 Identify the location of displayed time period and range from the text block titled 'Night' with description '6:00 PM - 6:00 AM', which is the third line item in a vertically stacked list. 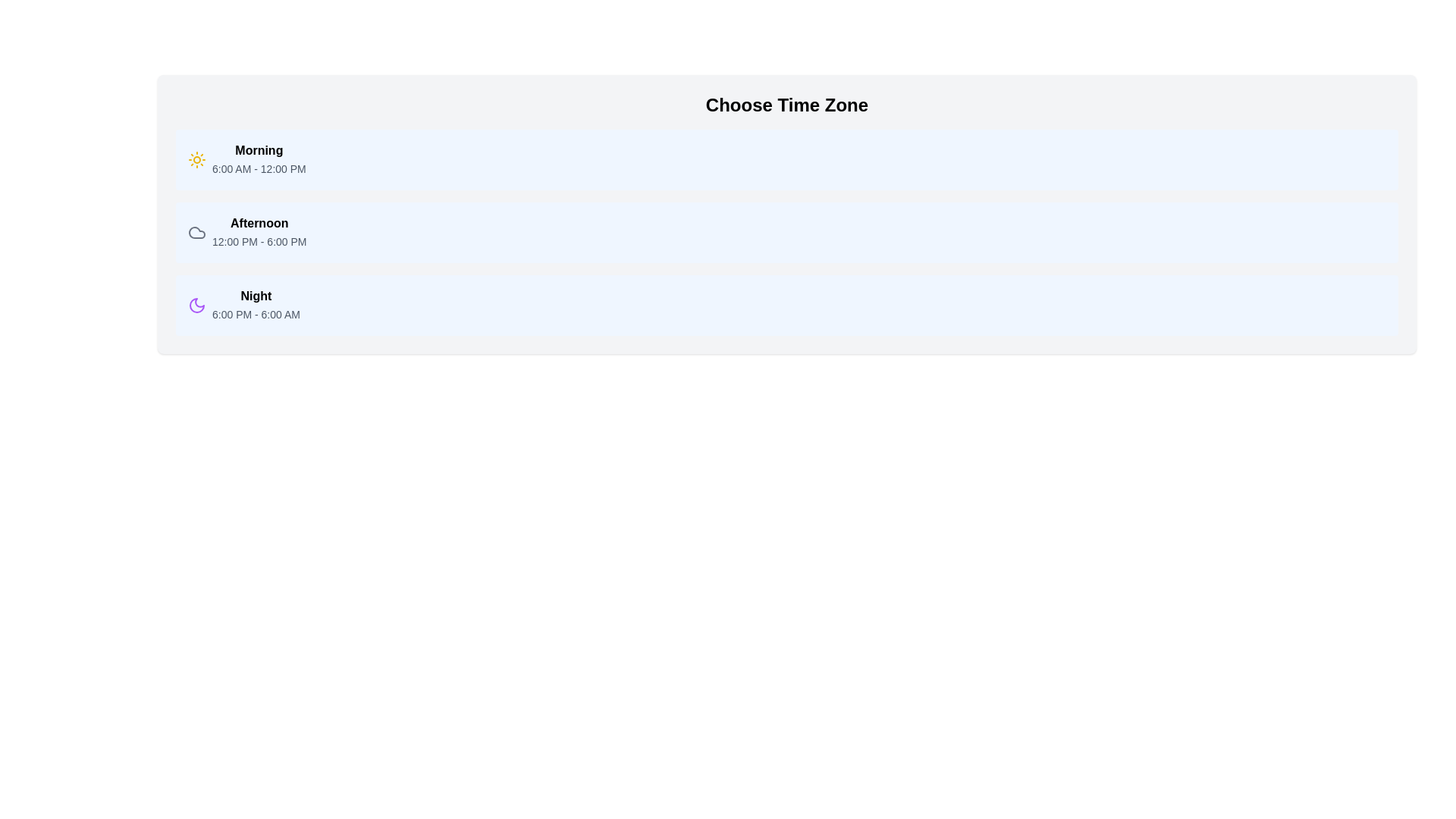
(256, 305).